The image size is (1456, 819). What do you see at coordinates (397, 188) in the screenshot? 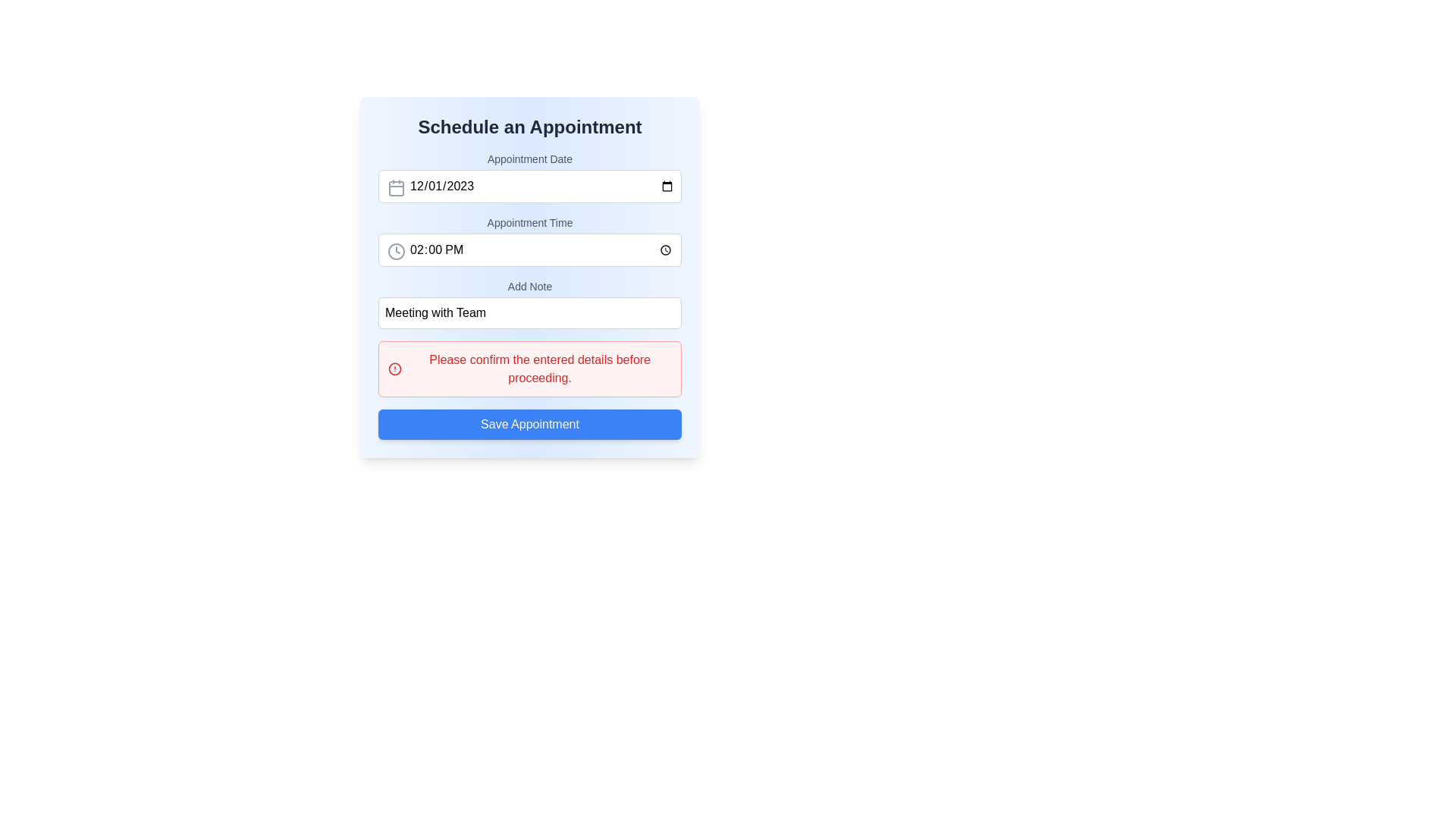
I see `the interior rectangular part of the gray calendar icon located to the left of the 'Appointment Date' section` at bounding box center [397, 188].